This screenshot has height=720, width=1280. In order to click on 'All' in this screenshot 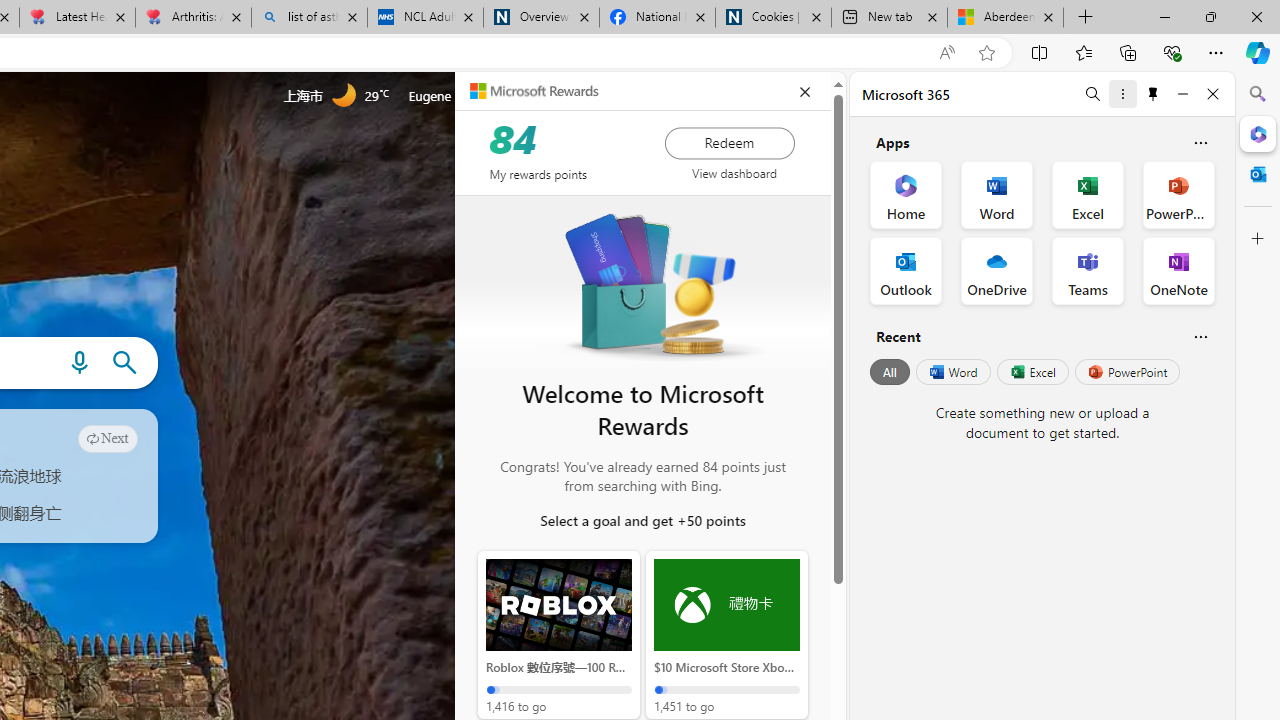, I will do `click(889, 372)`.